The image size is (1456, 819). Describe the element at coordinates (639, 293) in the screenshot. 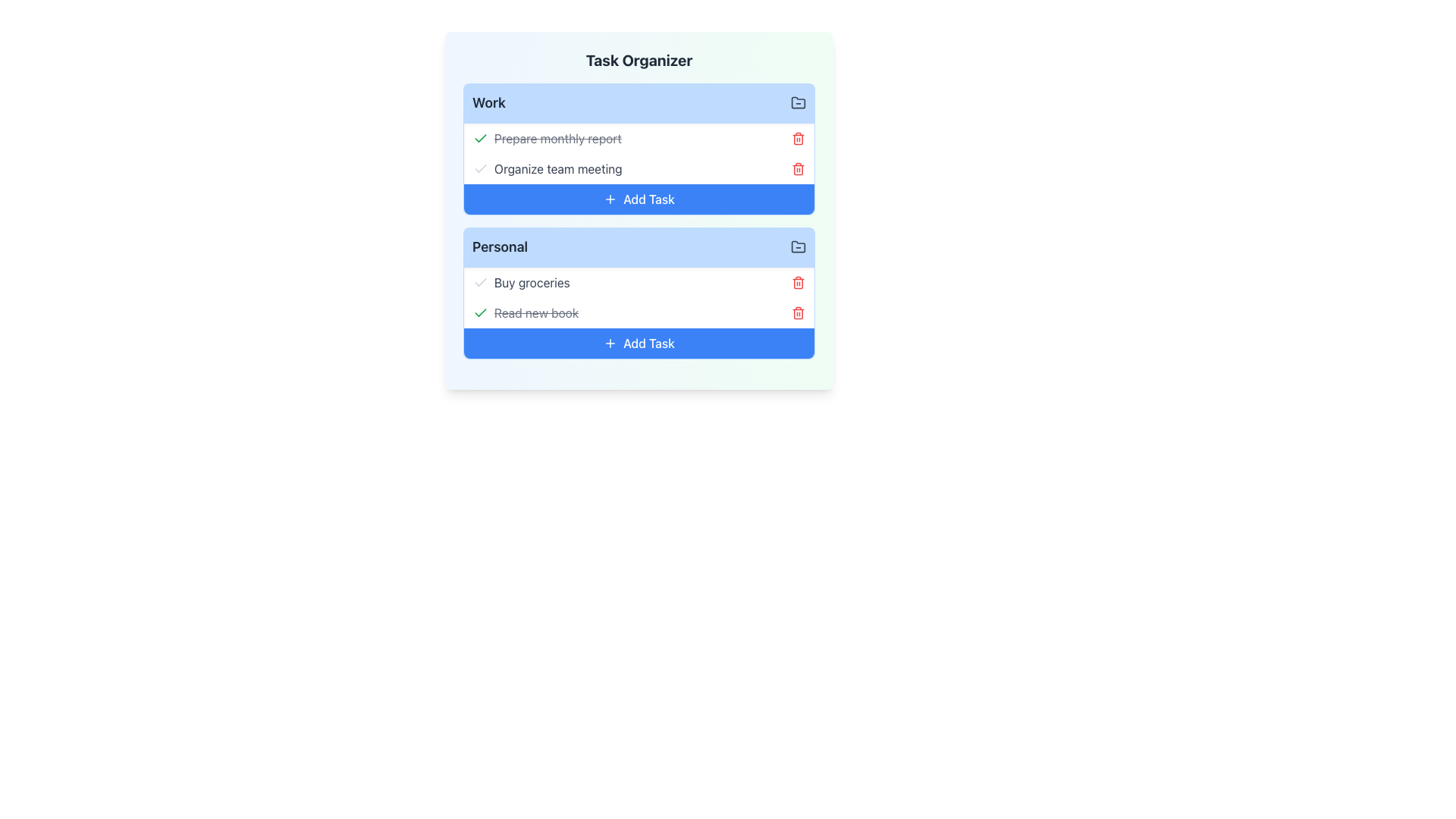

I see `to reorder tasks within the 'Personal' section of the task organizer interface, identifiable by its light blue header labeled 'Personal'` at that location.